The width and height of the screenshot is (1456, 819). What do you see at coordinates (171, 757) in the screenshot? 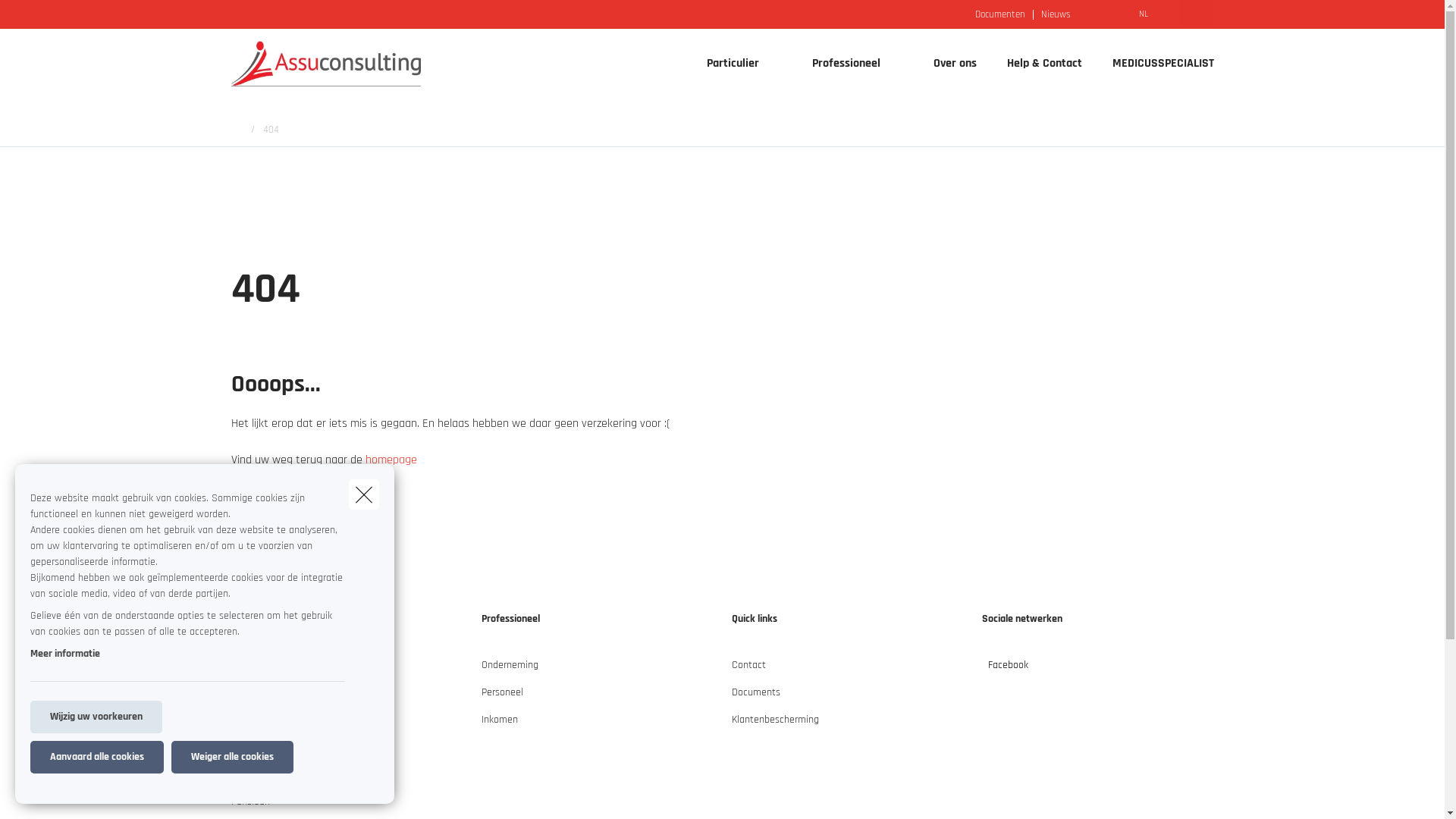
I see `'Weiger alle cookies'` at bounding box center [171, 757].